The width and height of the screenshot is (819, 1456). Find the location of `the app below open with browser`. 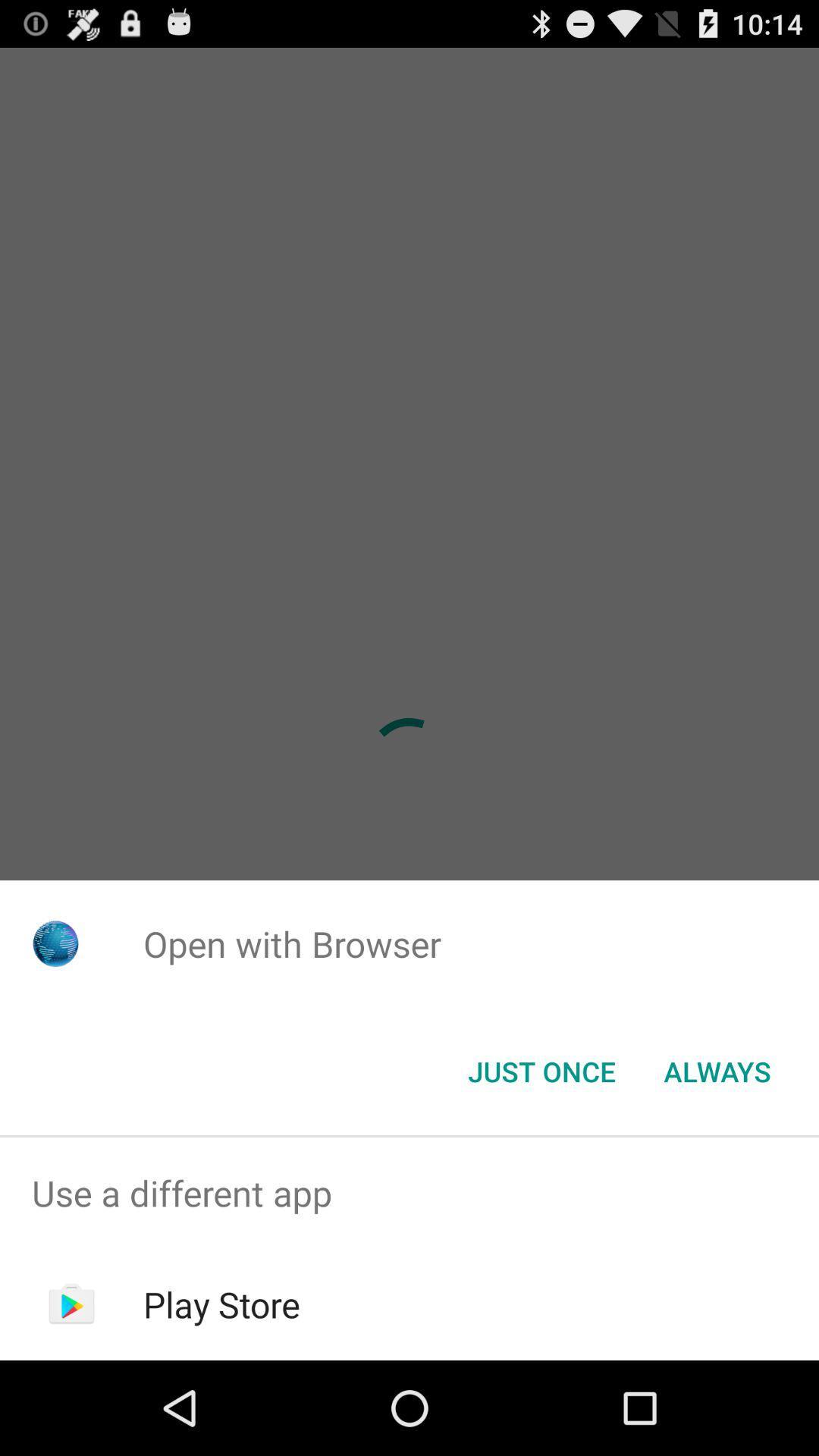

the app below open with browser is located at coordinates (717, 1070).